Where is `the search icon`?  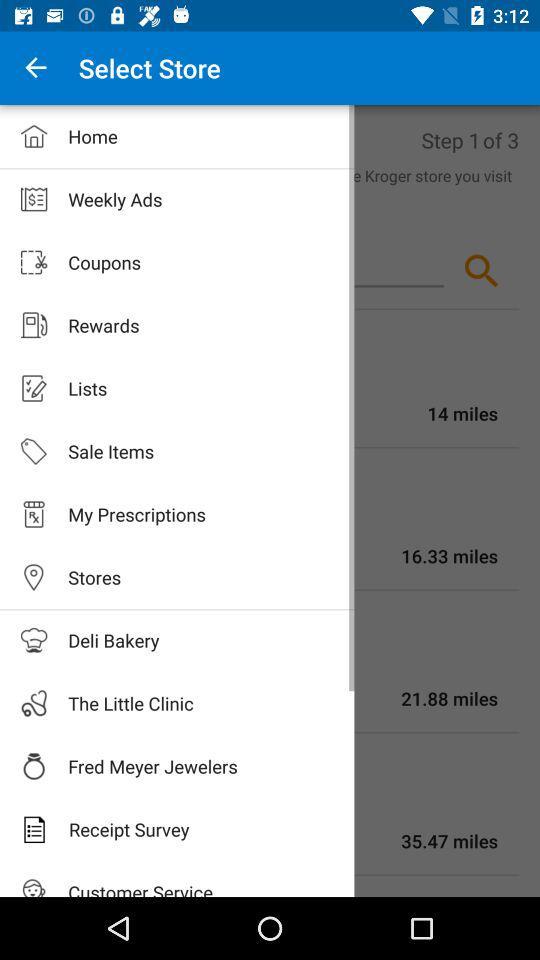 the search icon is located at coordinates (480, 270).